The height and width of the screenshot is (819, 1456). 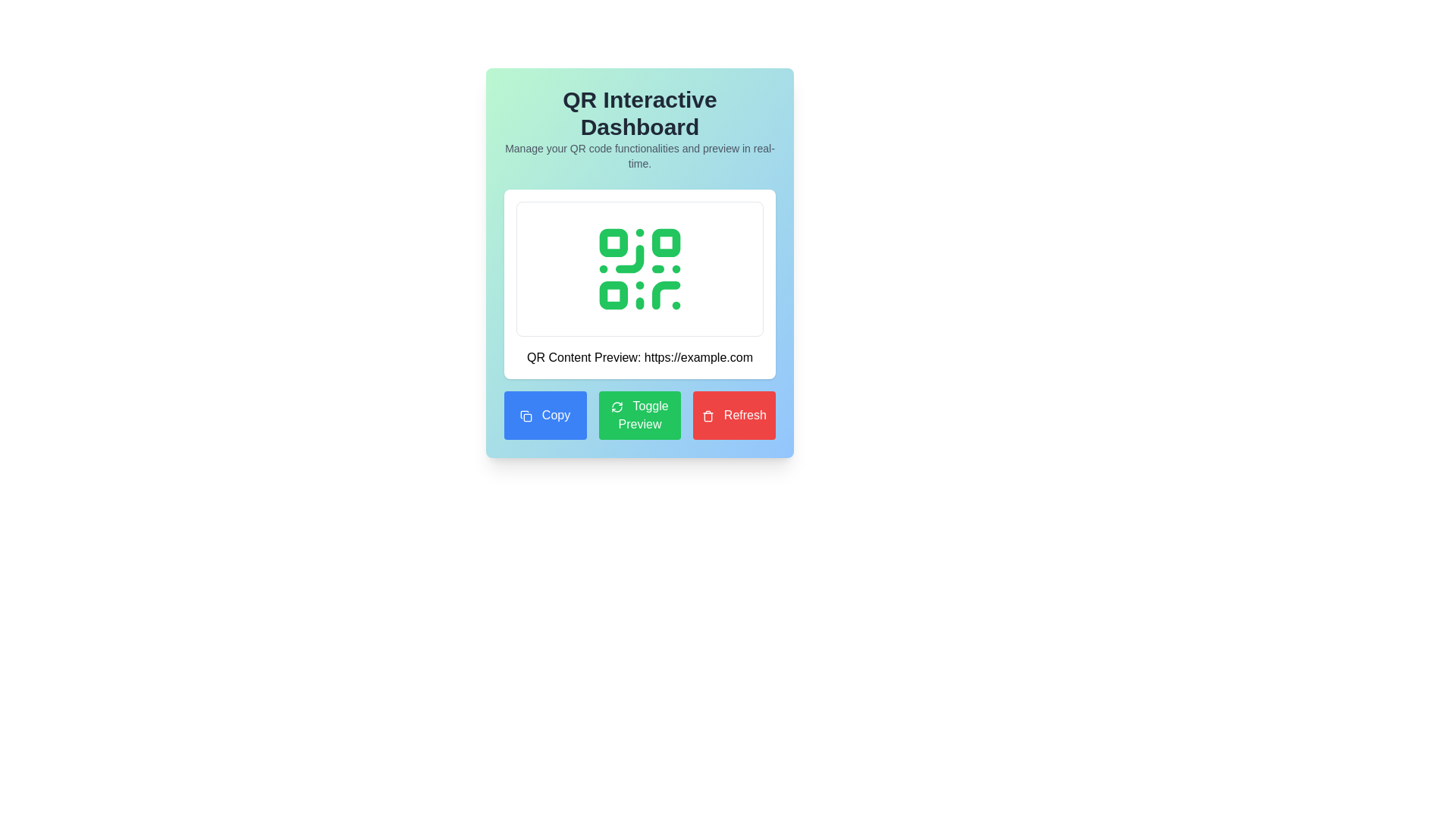 What do you see at coordinates (640, 127) in the screenshot?
I see `the 'QR Interactive Dashboard' text display, which features bold, large text and smaller secondary text, located prominently at the top of a card layout` at bounding box center [640, 127].